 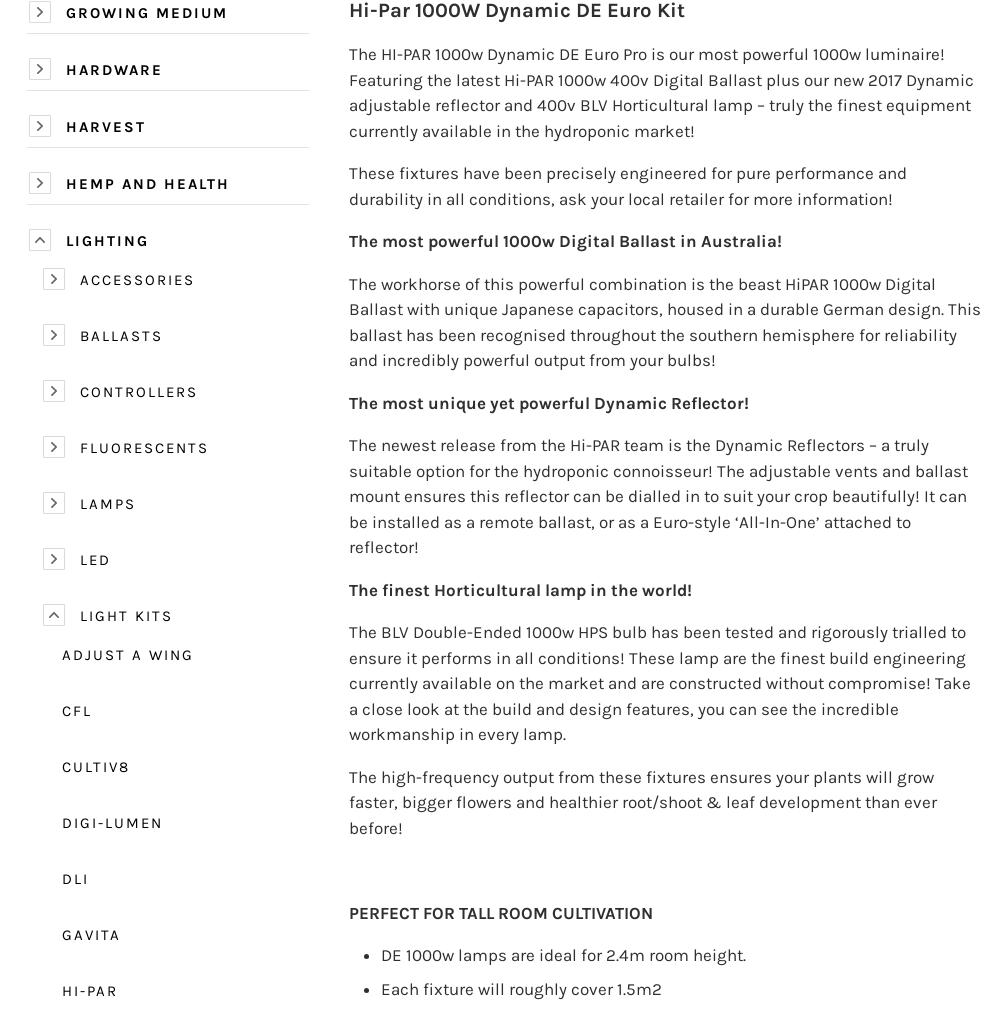 I want to click on 'The high-frequency output from these fixtures ensures your plants will grow faster, bigger flowers and healthier root/shoot & leaf development than ever before!', so click(x=643, y=800).